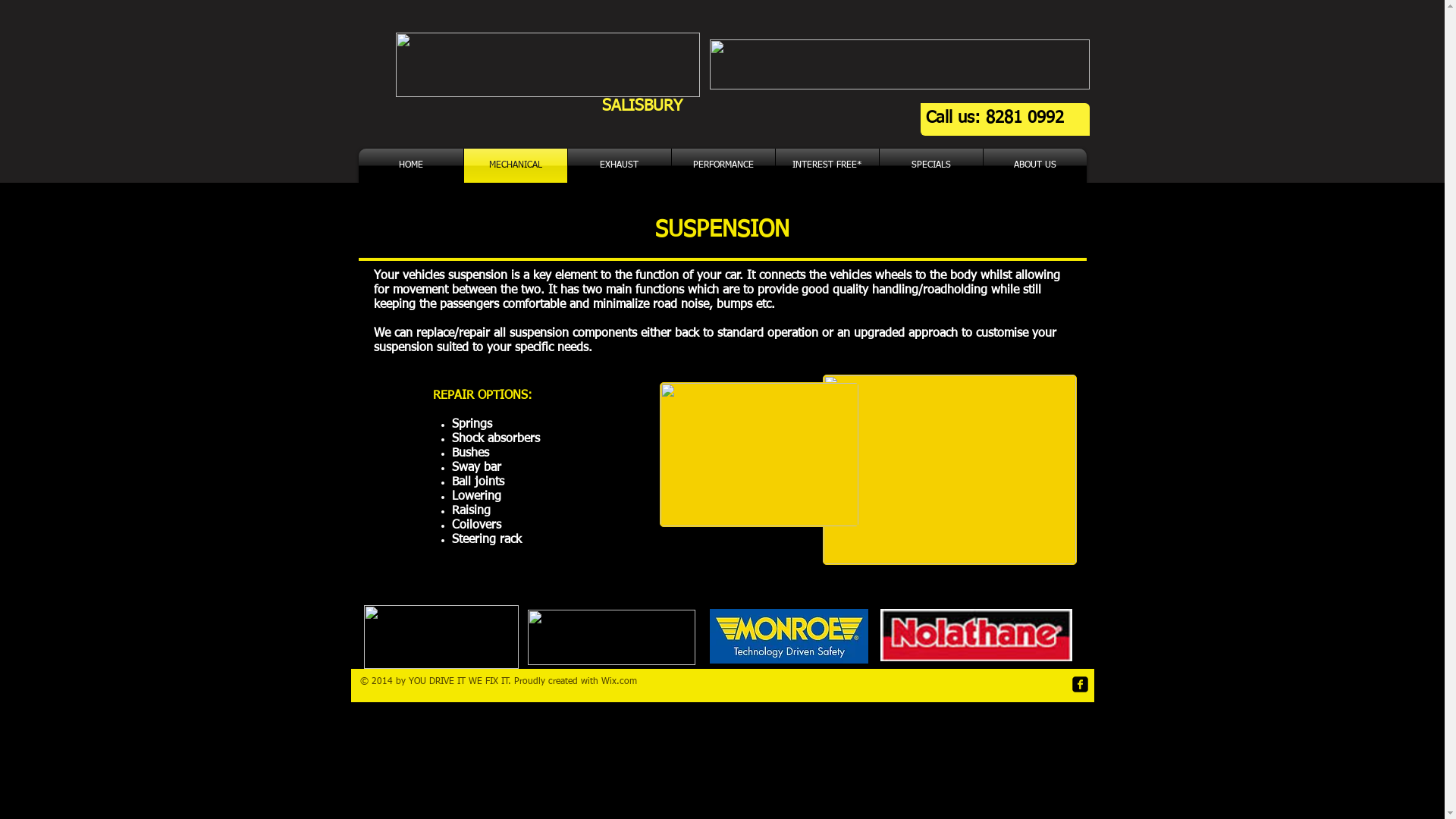 This screenshot has height=819, width=1456. What do you see at coordinates (516, 165) in the screenshot?
I see `'MECHANICAL'` at bounding box center [516, 165].